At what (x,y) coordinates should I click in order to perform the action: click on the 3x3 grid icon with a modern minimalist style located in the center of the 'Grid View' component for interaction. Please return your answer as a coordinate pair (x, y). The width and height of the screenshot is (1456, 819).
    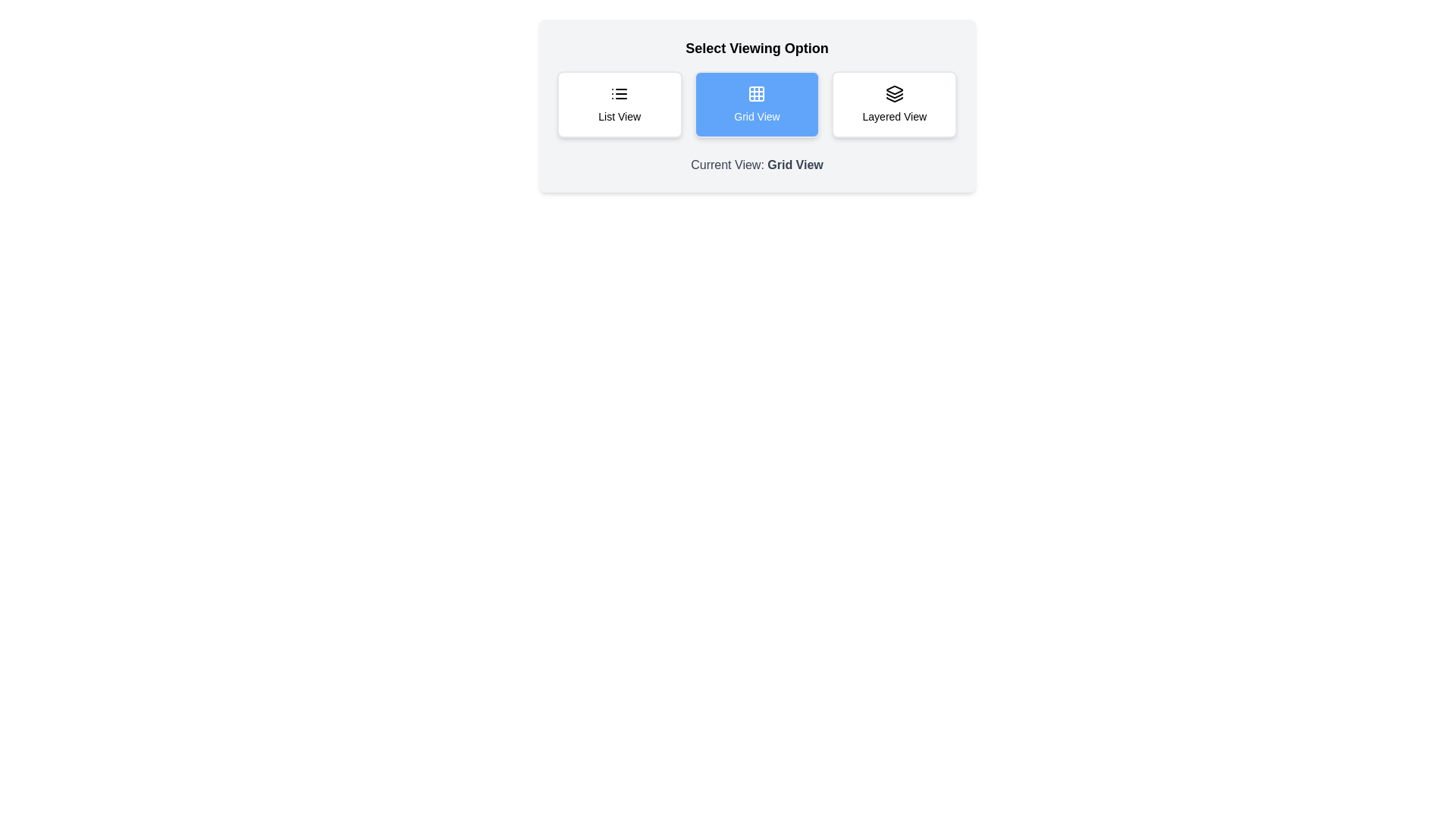
    Looking at the image, I should click on (757, 93).